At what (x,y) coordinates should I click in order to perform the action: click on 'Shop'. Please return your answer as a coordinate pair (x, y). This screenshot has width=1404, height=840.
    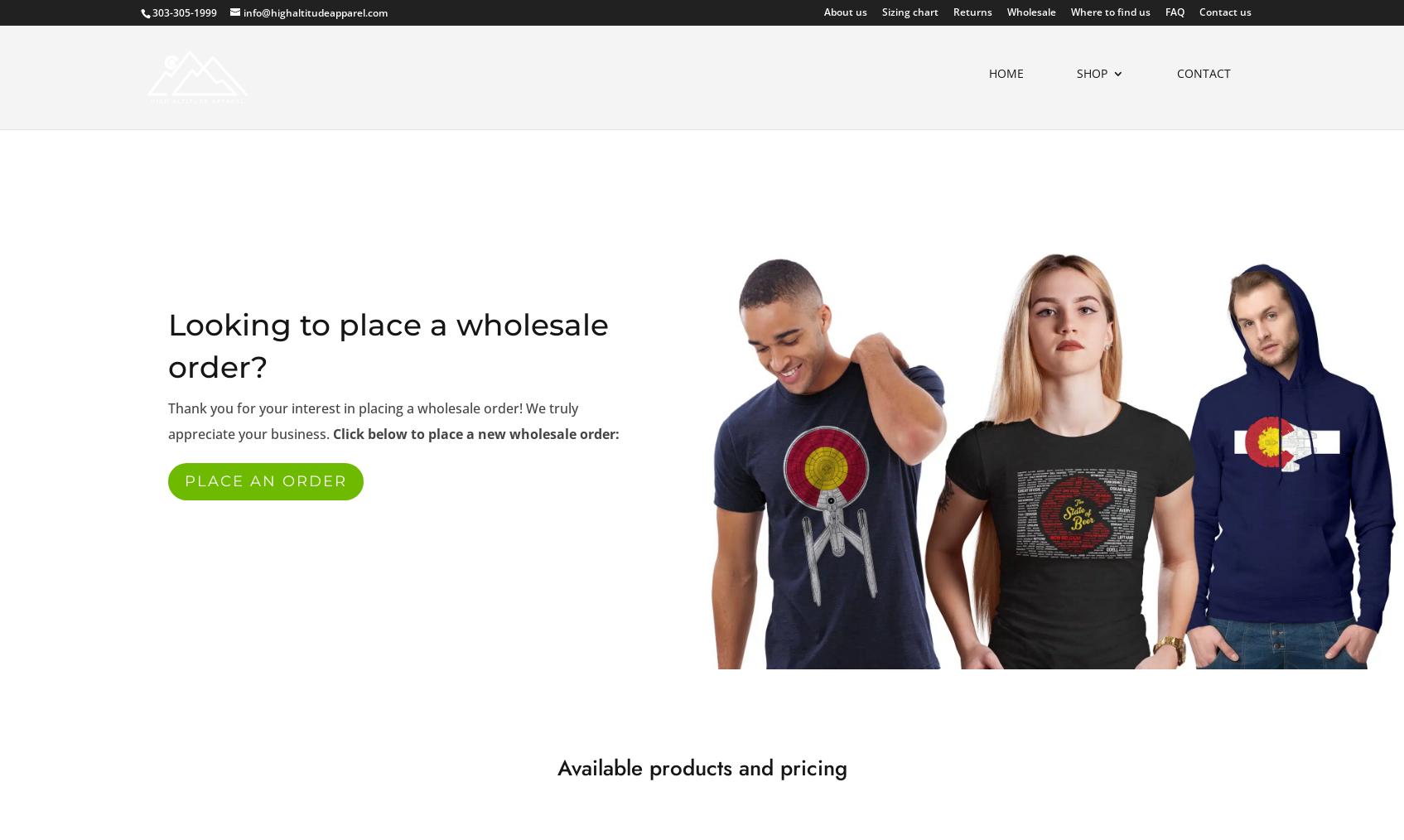
    Looking at the image, I should click on (1091, 80).